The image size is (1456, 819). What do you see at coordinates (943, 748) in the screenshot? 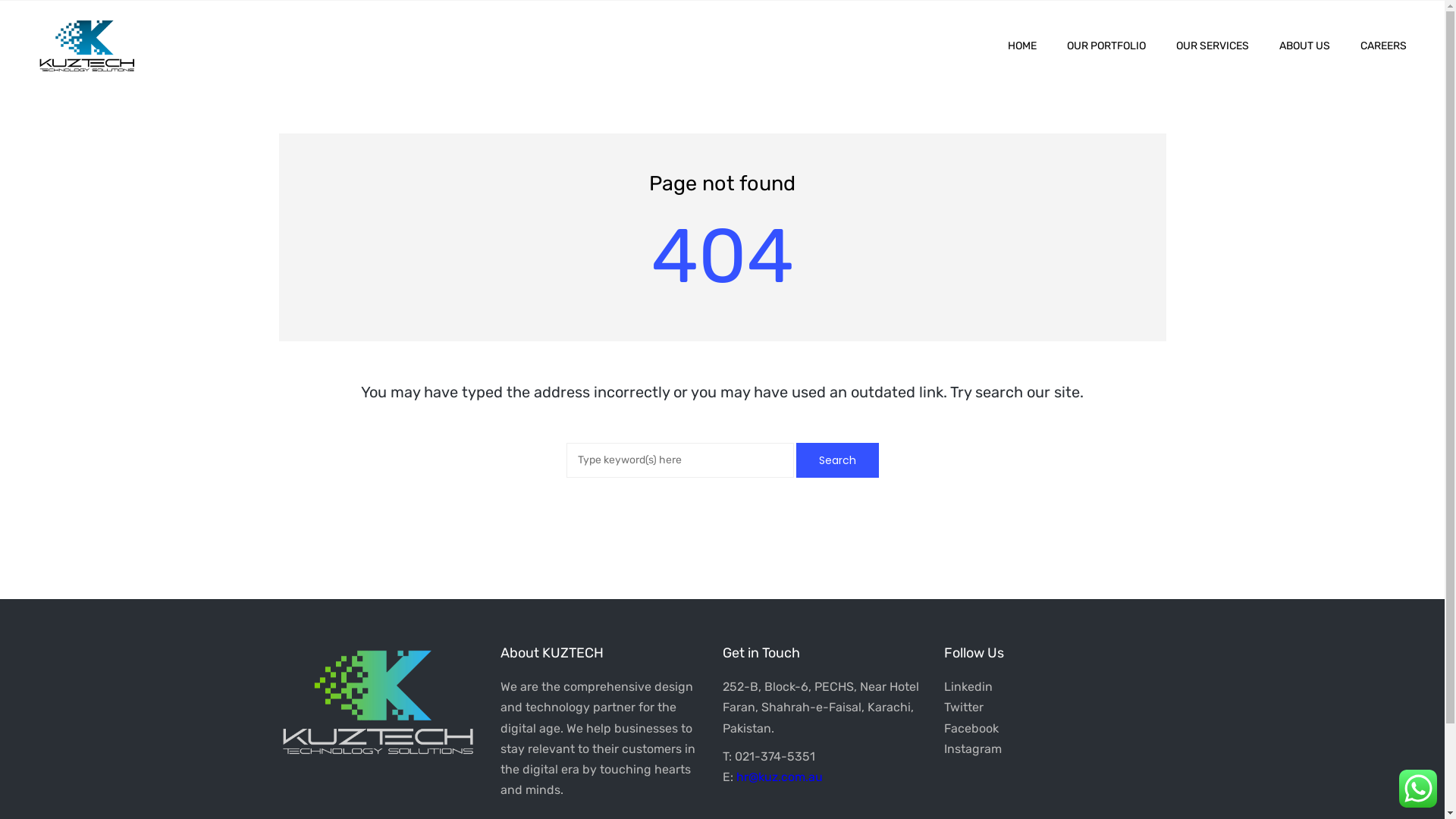
I see `'Instagram'` at bounding box center [943, 748].